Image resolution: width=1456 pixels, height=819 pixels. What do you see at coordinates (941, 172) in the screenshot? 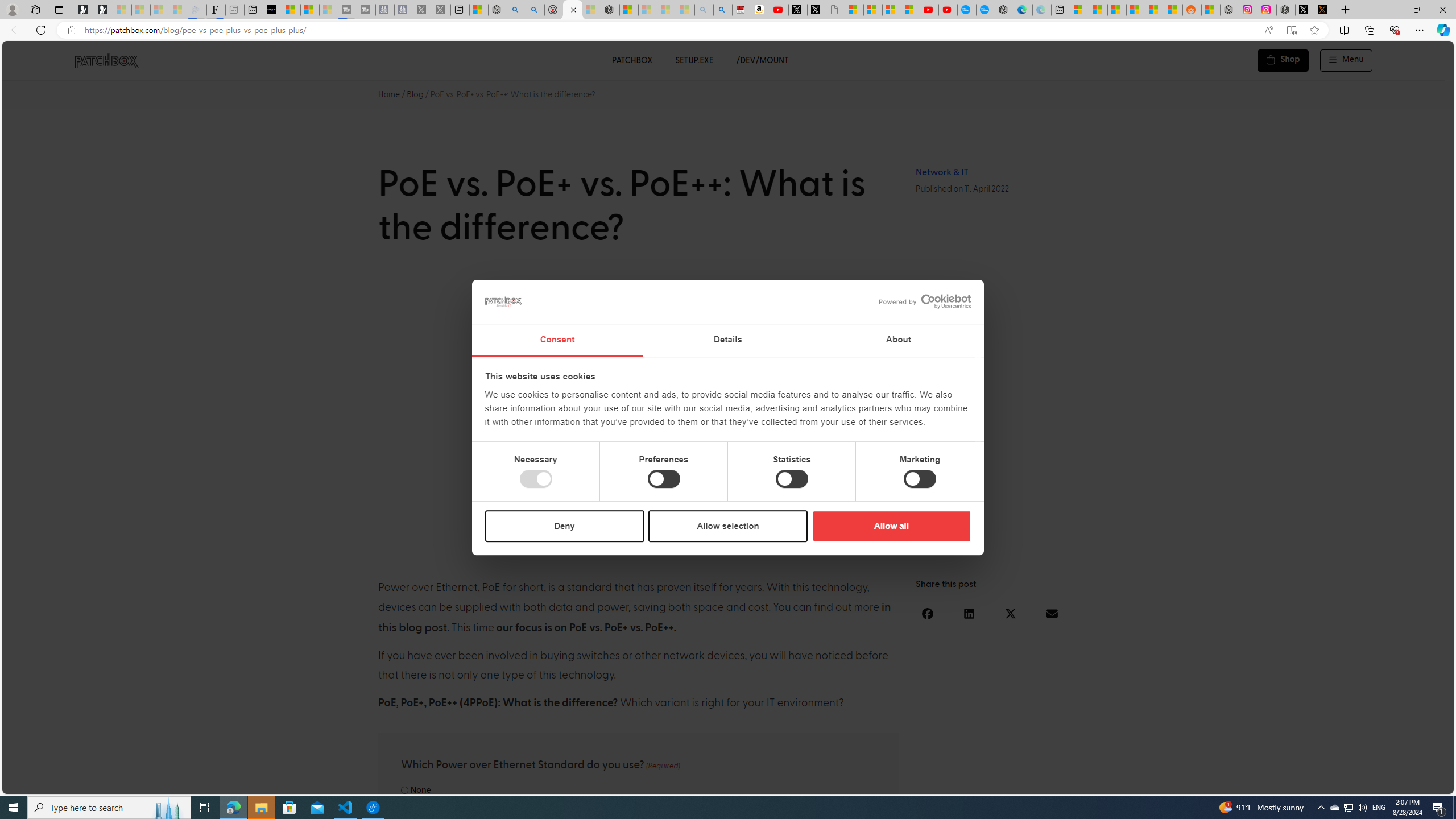
I see `'Network & IT'` at bounding box center [941, 172].